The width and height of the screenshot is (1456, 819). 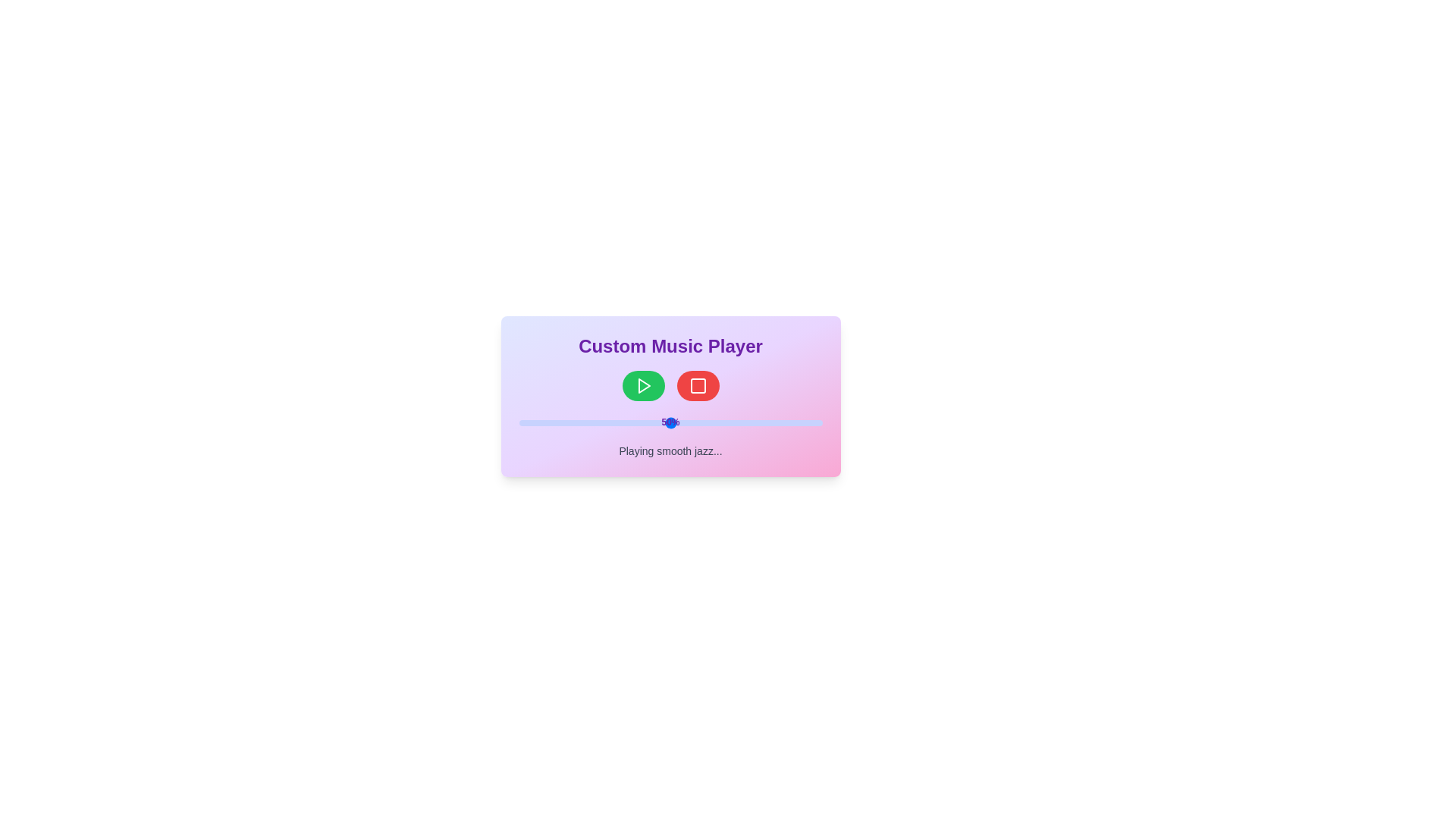 I want to click on the slider, so click(x=531, y=423).